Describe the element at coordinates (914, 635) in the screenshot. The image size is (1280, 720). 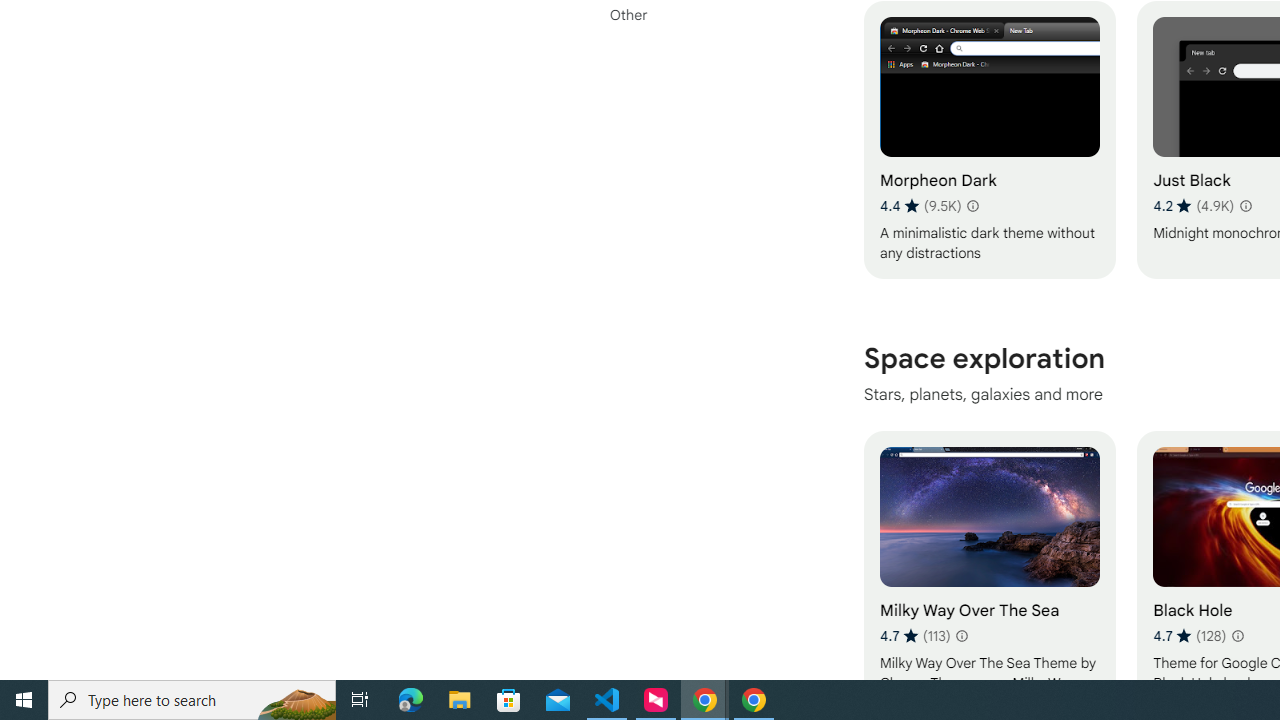
I see `'Average rating 4.7 out of 5 stars. 113 ratings.'` at that location.